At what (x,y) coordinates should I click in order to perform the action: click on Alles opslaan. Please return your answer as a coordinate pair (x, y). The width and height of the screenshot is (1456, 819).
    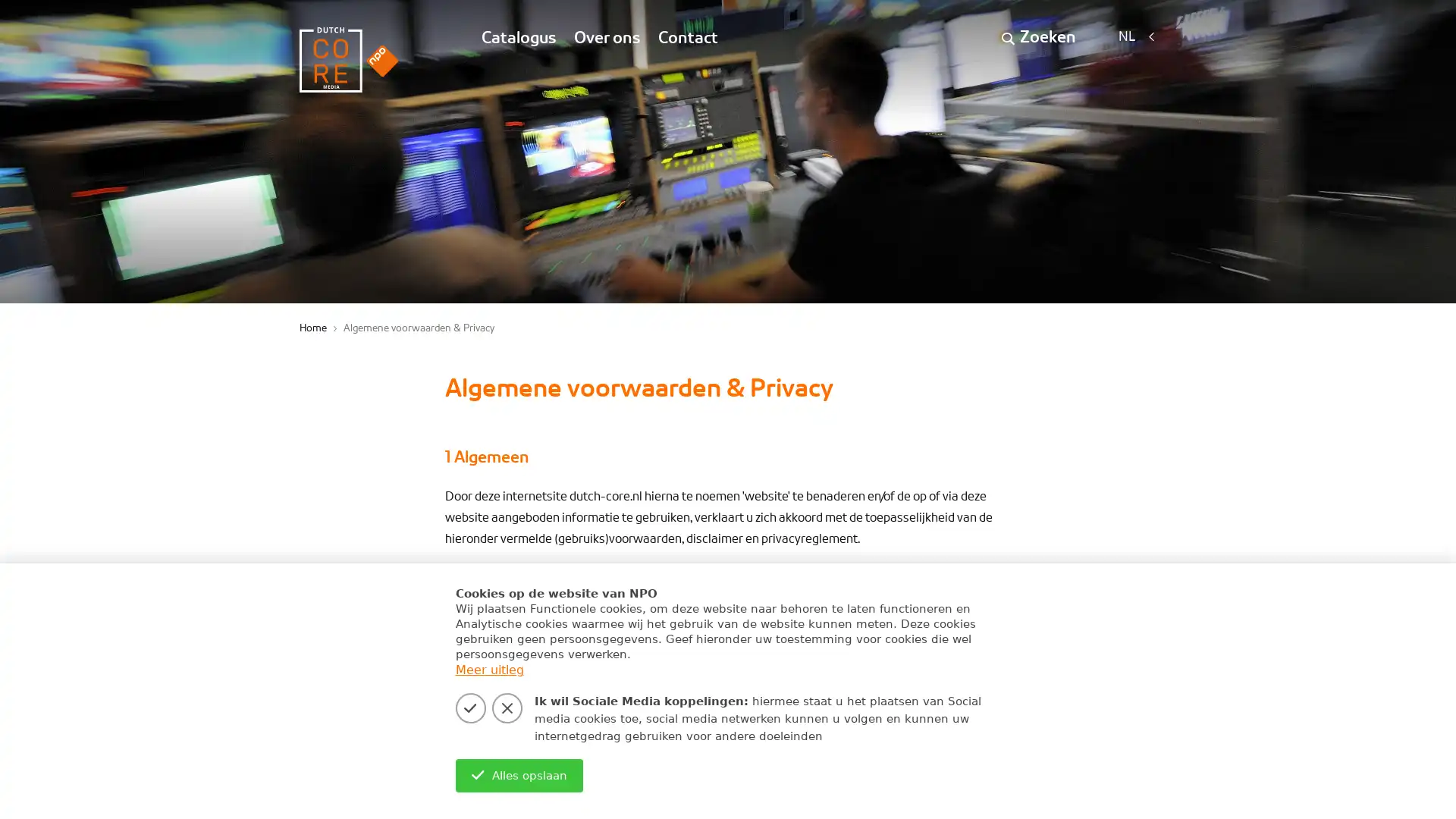
    Looking at the image, I should click on (519, 775).